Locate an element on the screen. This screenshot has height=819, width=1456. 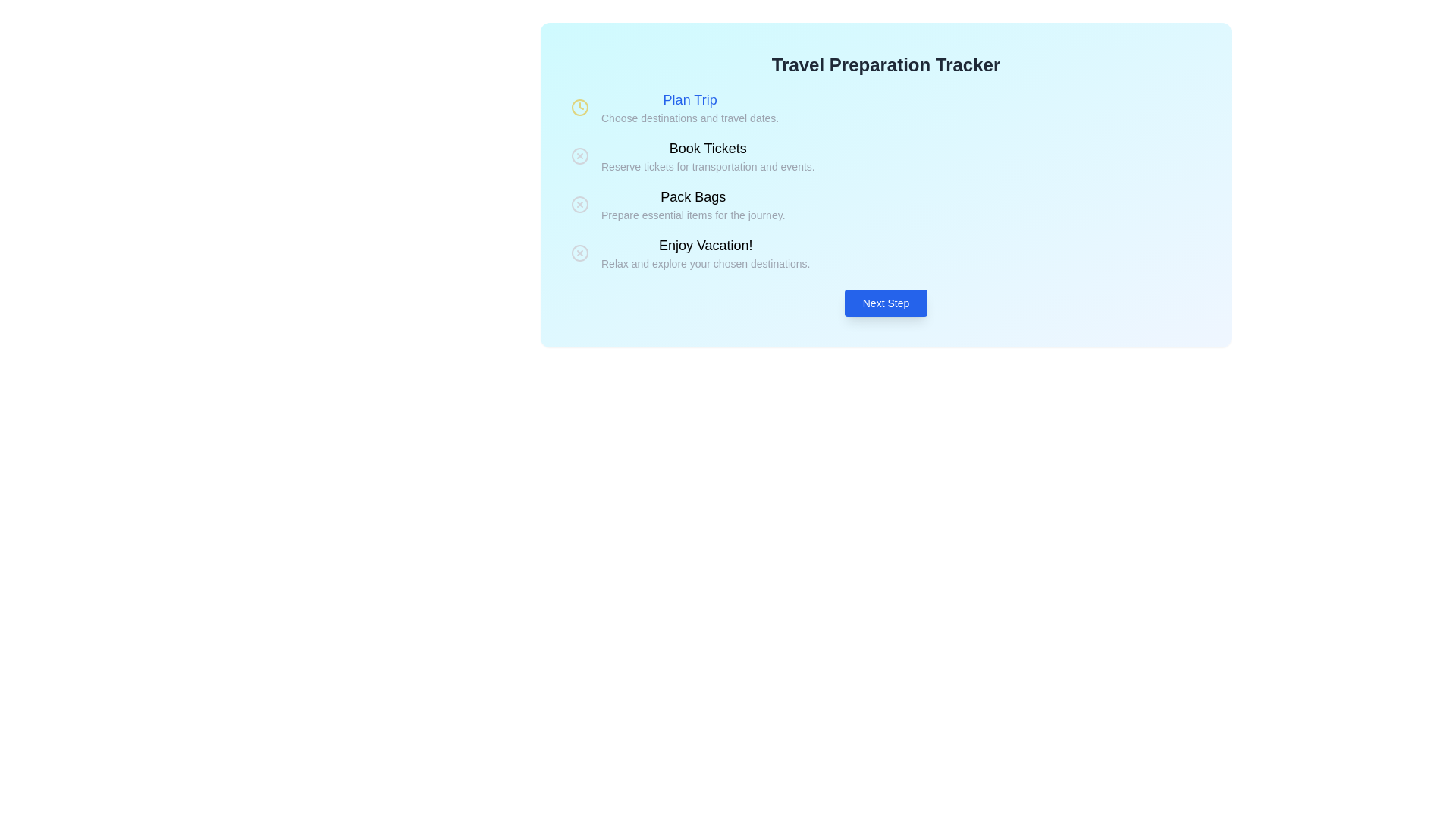
informational text block reminding the user to pack their bags and essential items for the journey, positioned as the third item in the task list is located at coordinates (692, 205).